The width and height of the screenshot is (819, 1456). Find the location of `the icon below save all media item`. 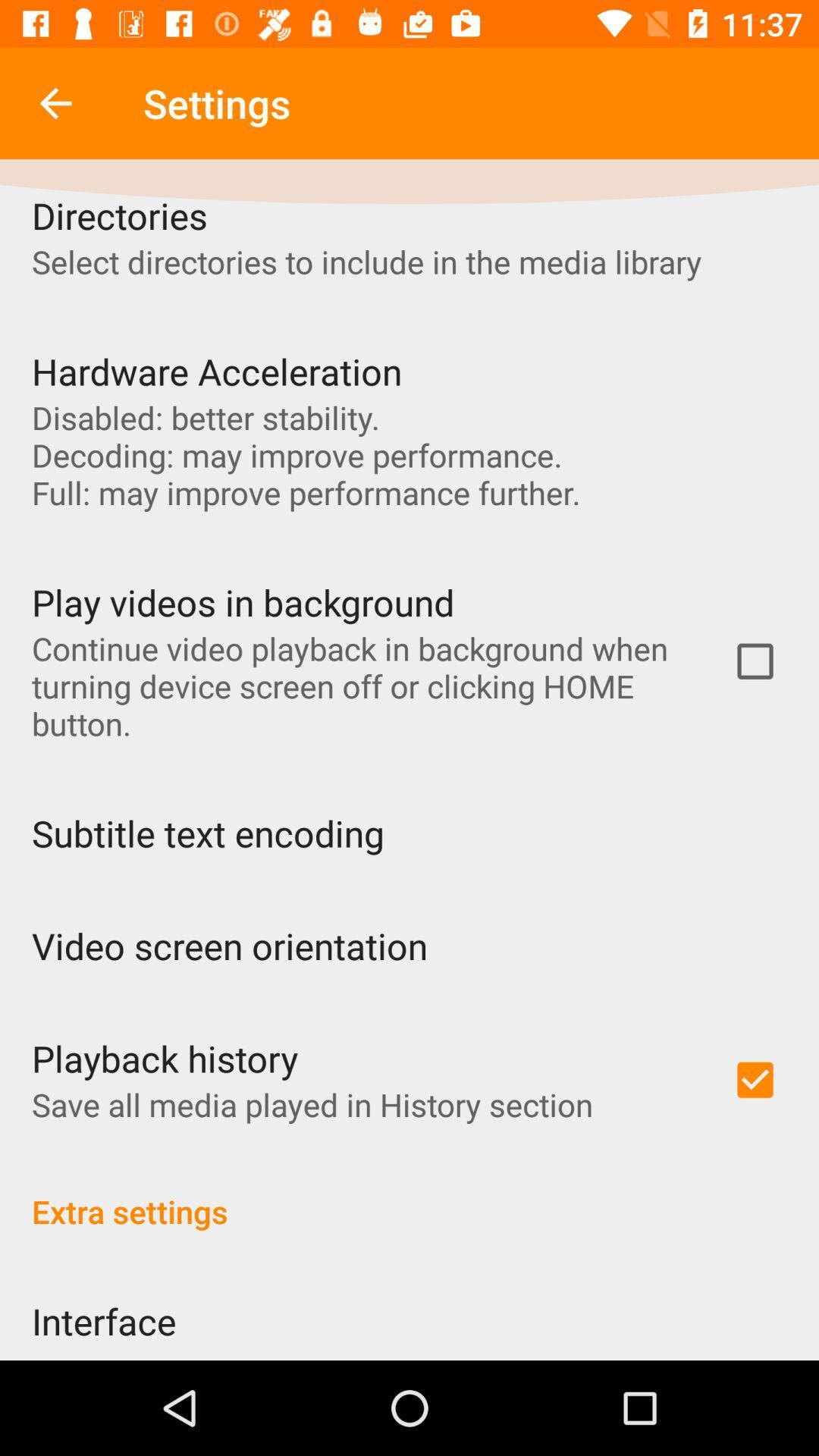

the icon below save all media item is located at coordinates (409, 1194).